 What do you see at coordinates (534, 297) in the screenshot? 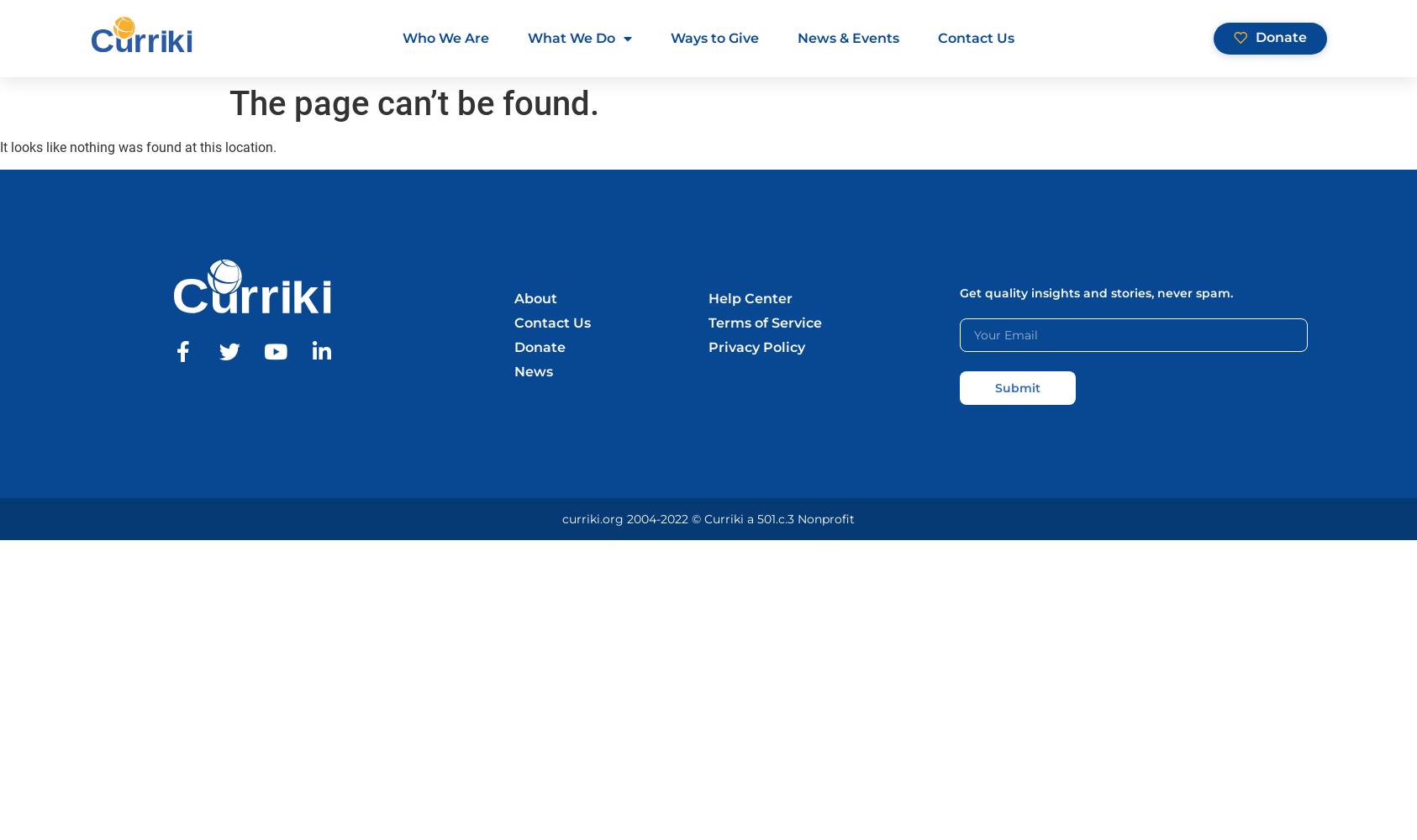
I see `'About'` at bounding box center [534, 297].